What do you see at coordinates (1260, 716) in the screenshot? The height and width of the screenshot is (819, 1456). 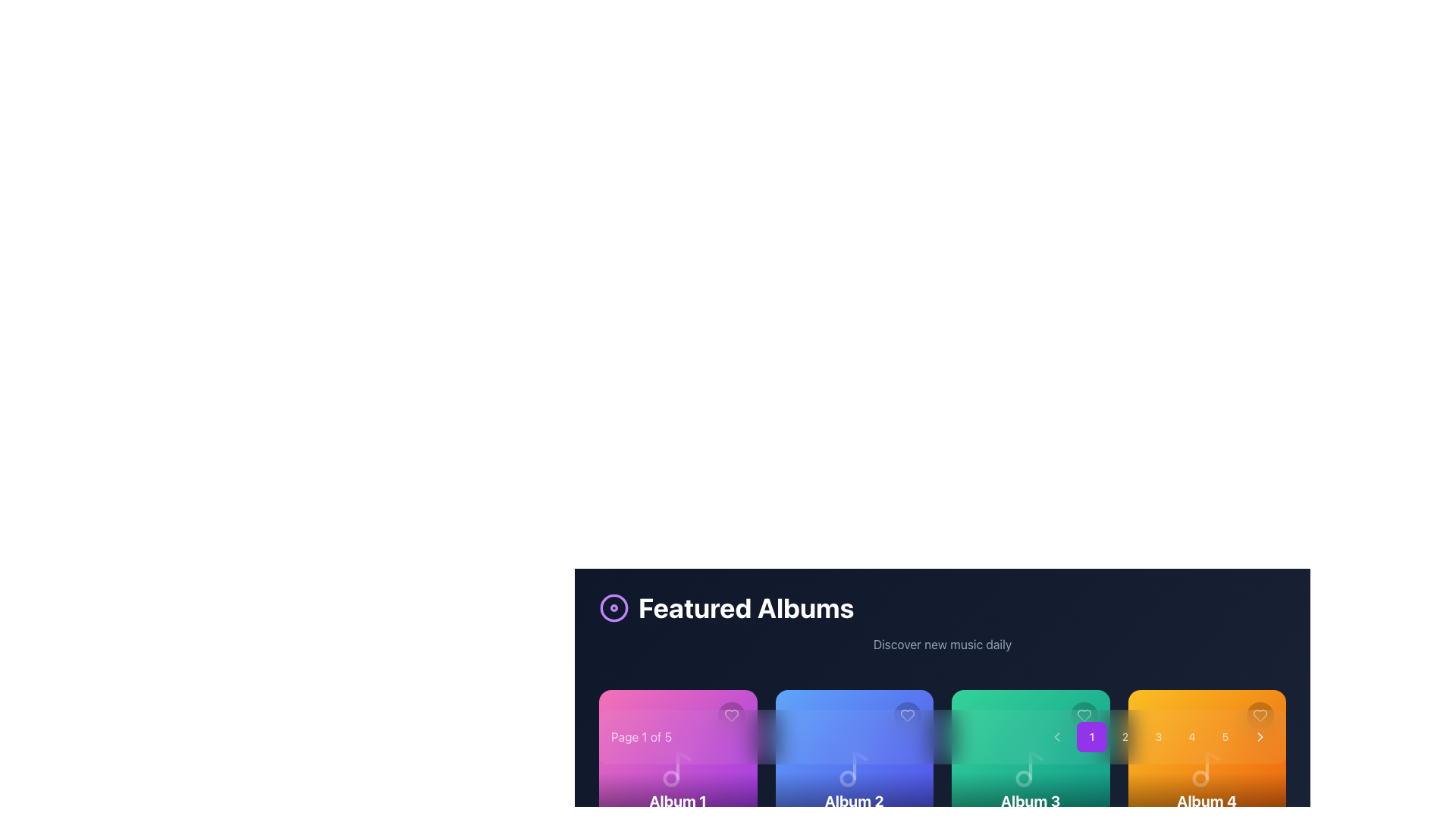 I see `the favorite icon button located in the top-right corner of the orange-colored album card labeled 'Album 4'` at bounding box center [1260, 716].